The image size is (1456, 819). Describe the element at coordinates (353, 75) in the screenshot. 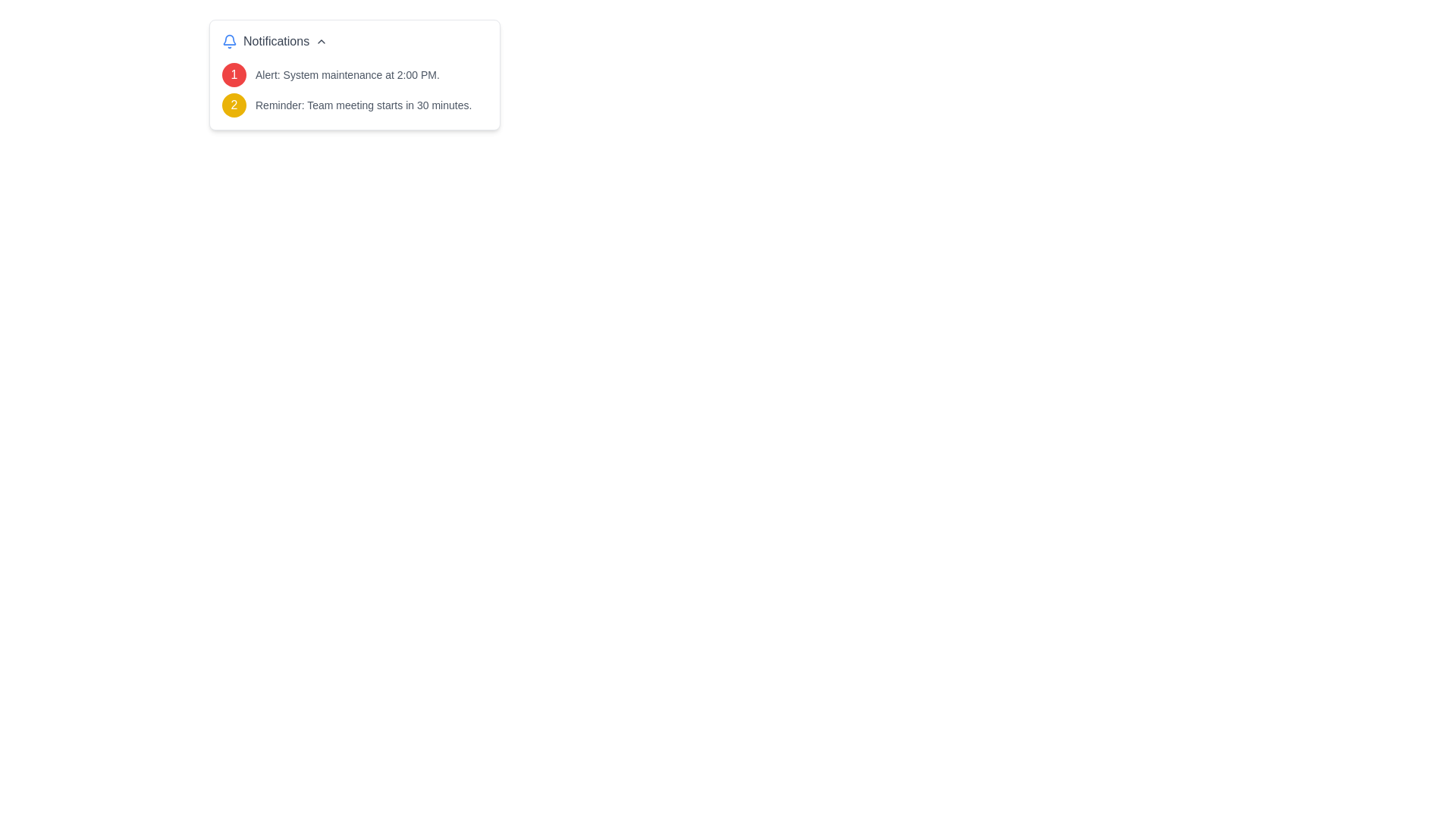

I see `the notification about the system maintenance event, which is the first item in the notification list above the team meeting reminder` at that location.